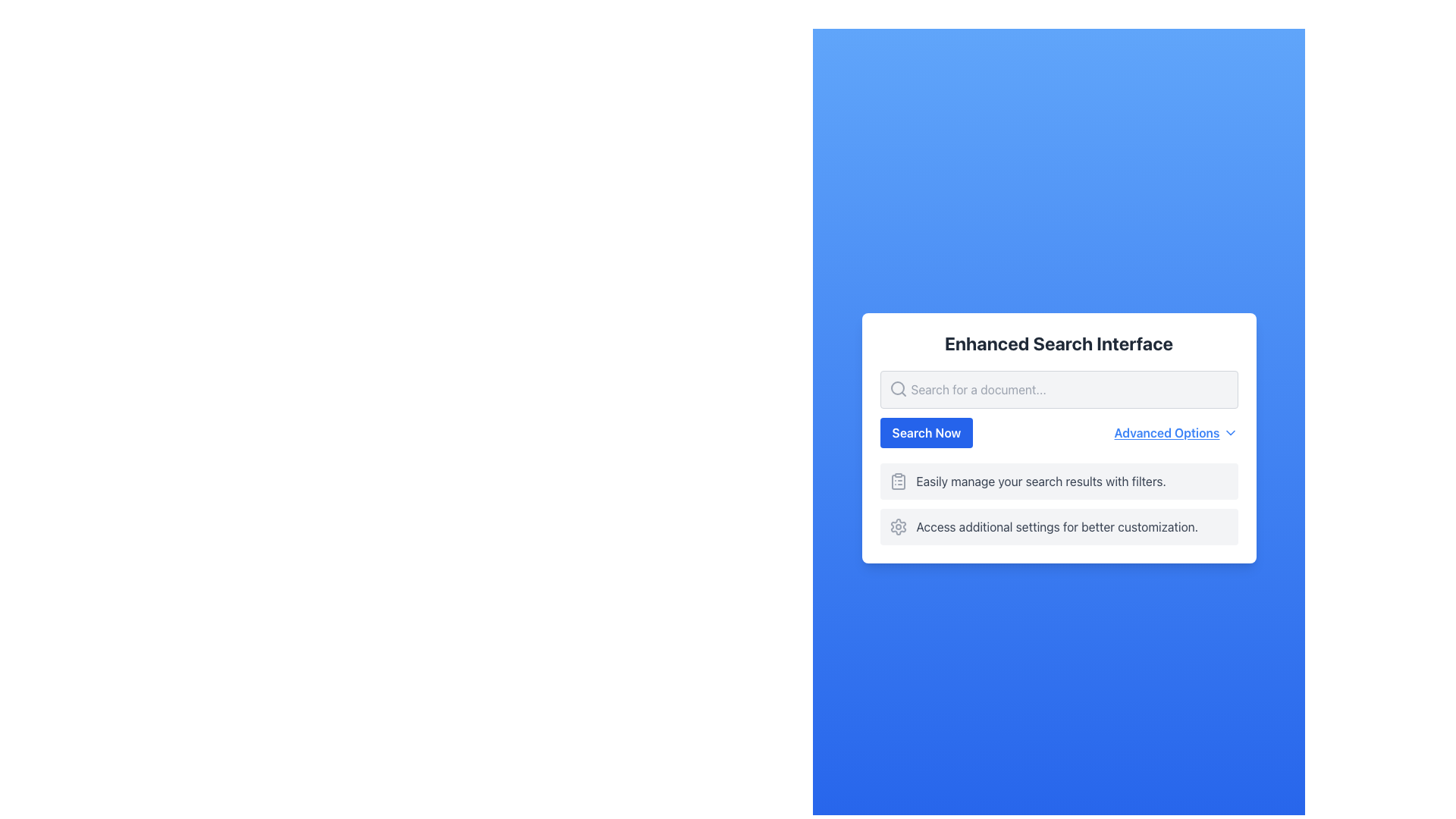 The width and height of the screenshot is (1456, 819). What do you see at coordinates (1175, 432) in the screenshot?
I see `the 'Advanced Options' link with dropdown icon` at bounding box center [1175, 432].